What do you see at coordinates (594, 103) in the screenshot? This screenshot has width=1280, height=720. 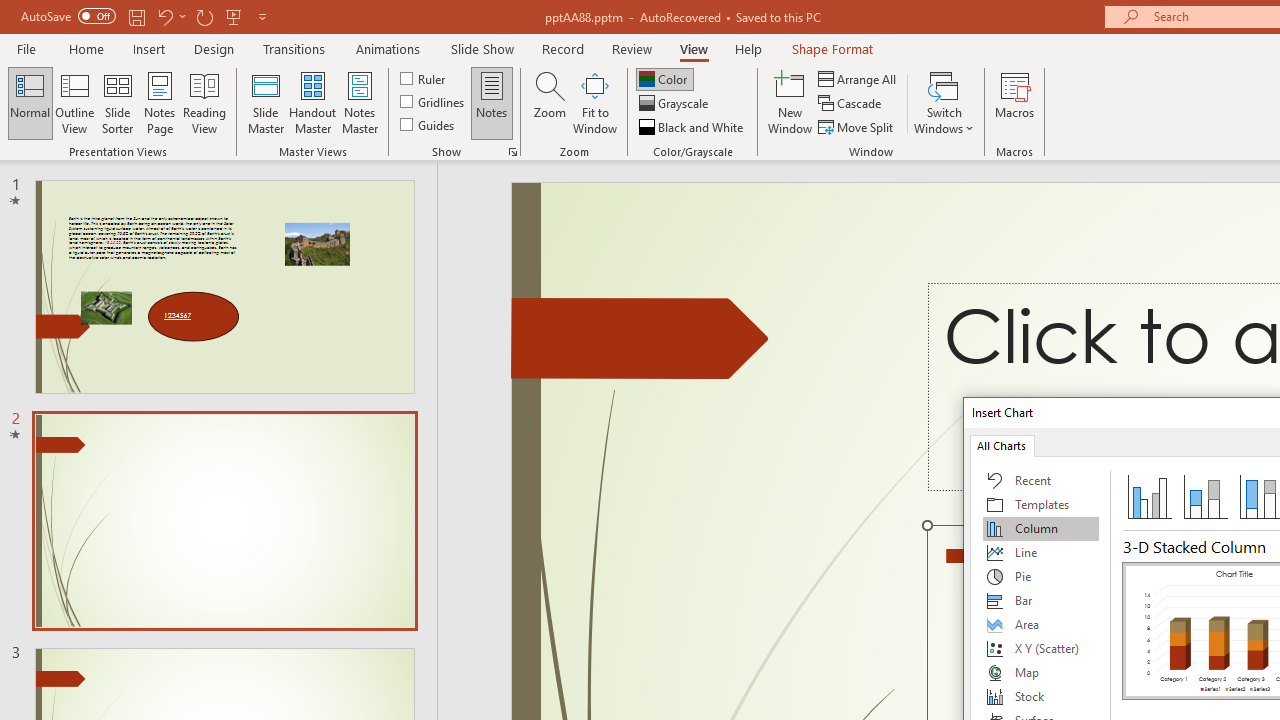 I see `'Fit to Window'` at bounding box center [594, 103].